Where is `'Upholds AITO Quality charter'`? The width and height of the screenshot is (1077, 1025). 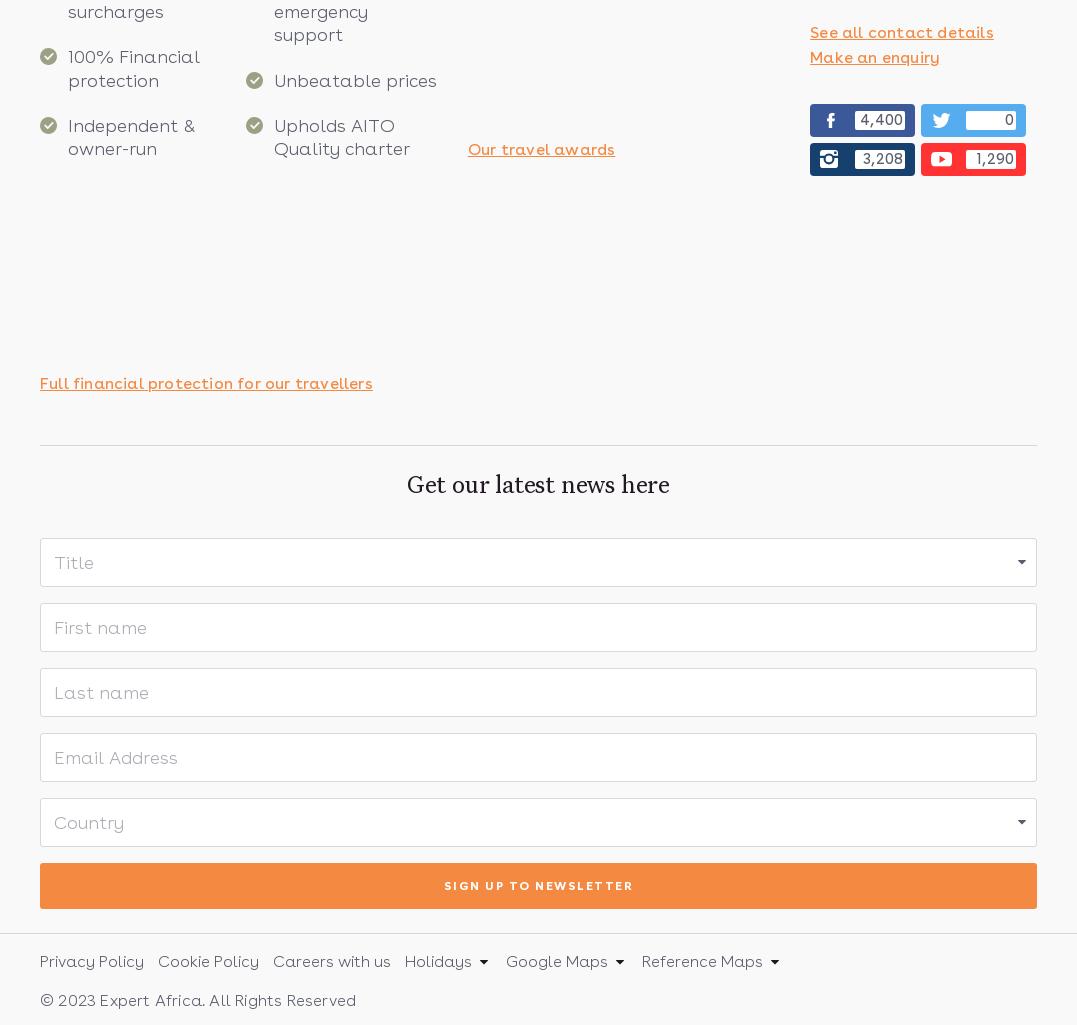
'Upholds AITO Quality charter' is located at coordinates (340, 136).